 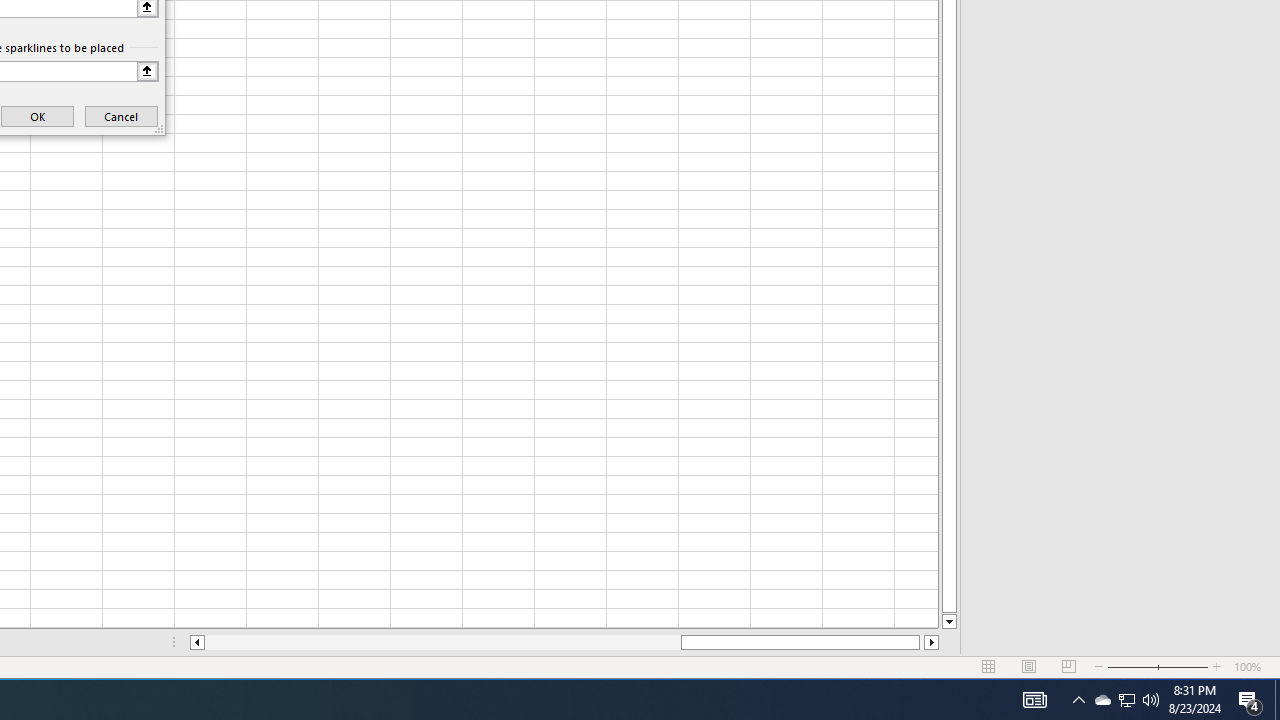 What do you see at coordinates (988, 667) in the screenshot?
I see `'Normal'` at bounding box center [988, 667].